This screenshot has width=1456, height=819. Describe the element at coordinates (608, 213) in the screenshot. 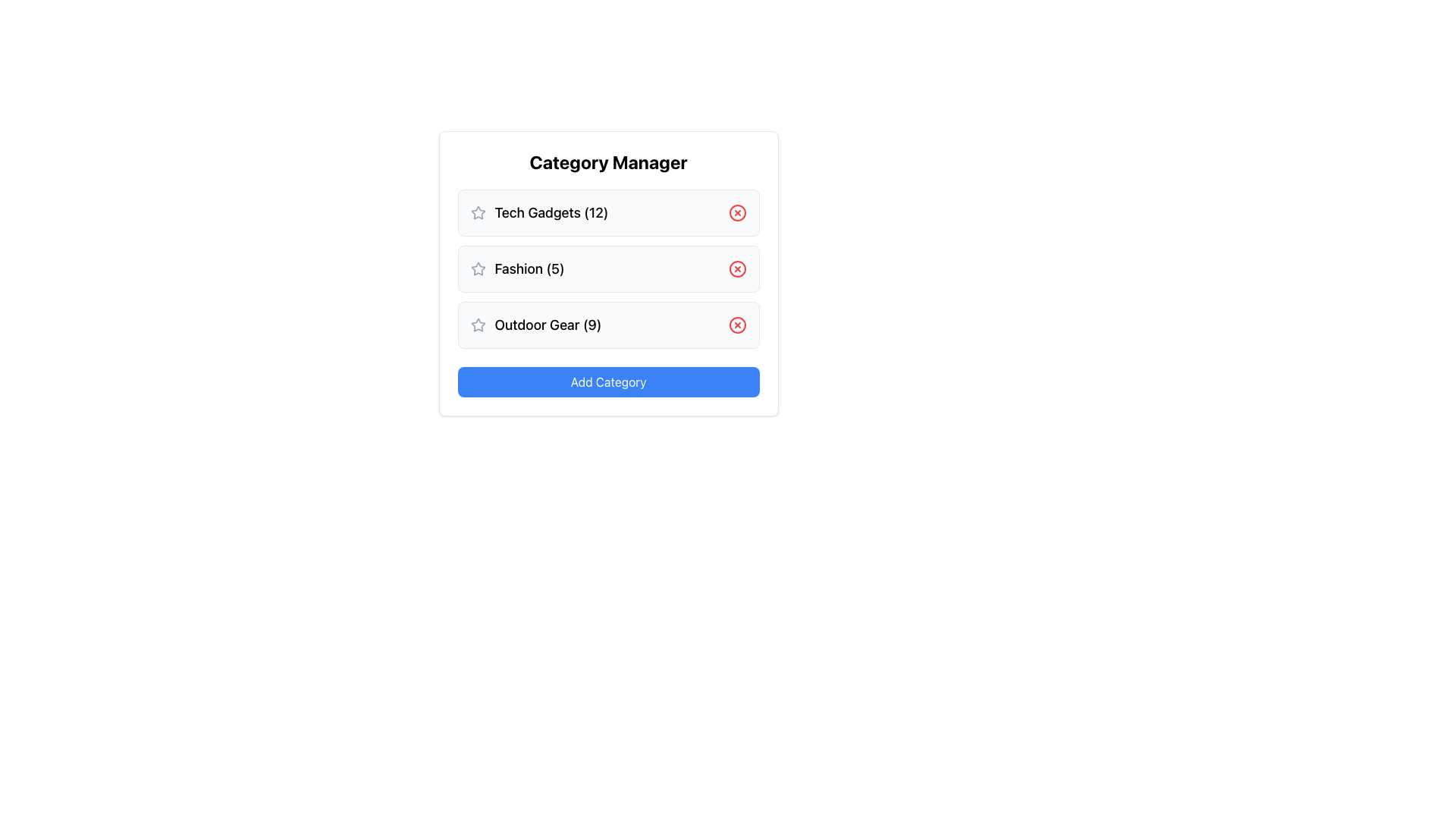

I see `the 'Tech Gadgets (12)' category element` at that location.